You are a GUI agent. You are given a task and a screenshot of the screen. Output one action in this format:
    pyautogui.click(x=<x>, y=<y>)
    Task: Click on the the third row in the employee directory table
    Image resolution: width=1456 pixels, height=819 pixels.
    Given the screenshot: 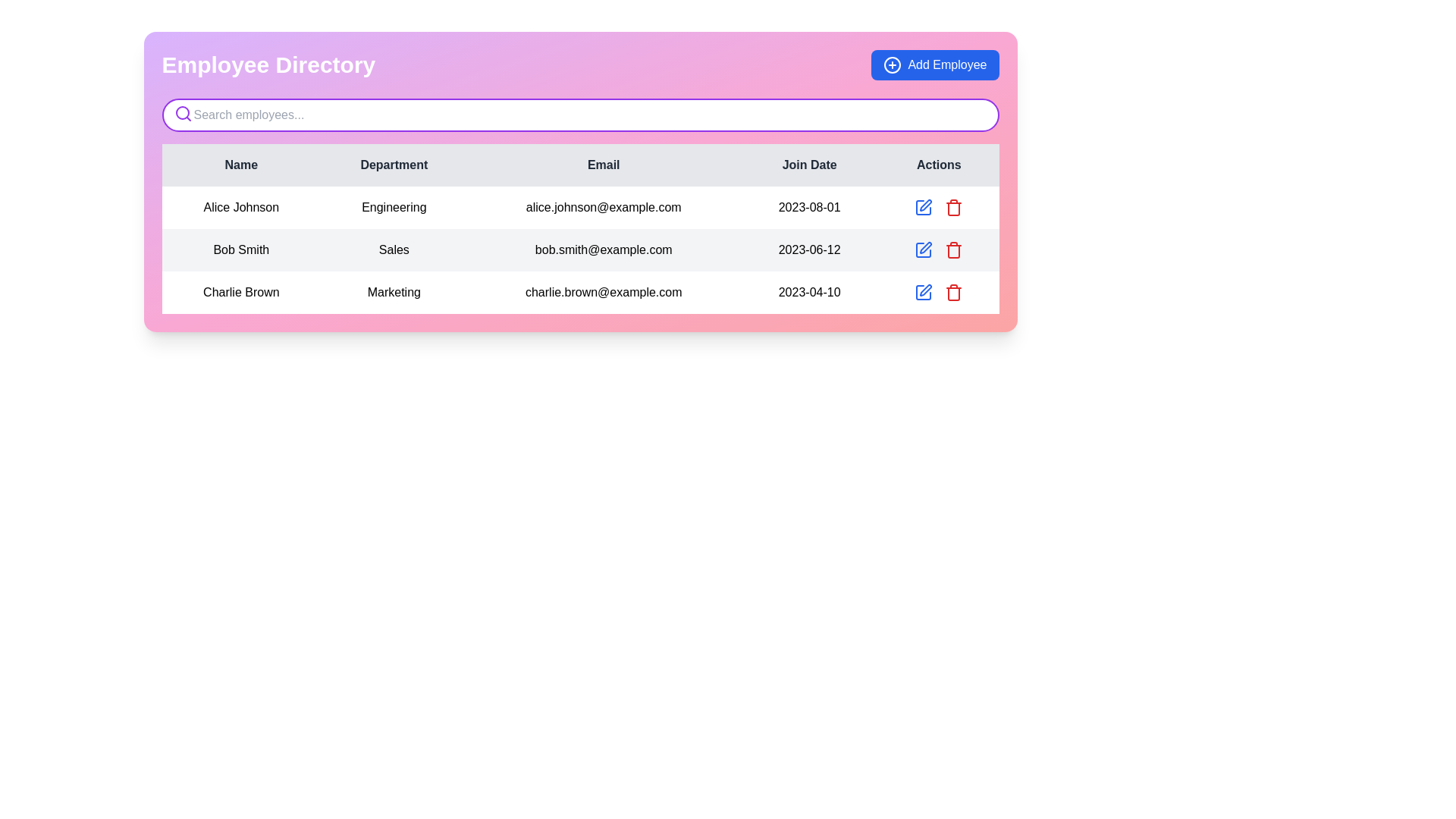 What is the action you would take?
    pyautogui.click(x=579, y=292)
    